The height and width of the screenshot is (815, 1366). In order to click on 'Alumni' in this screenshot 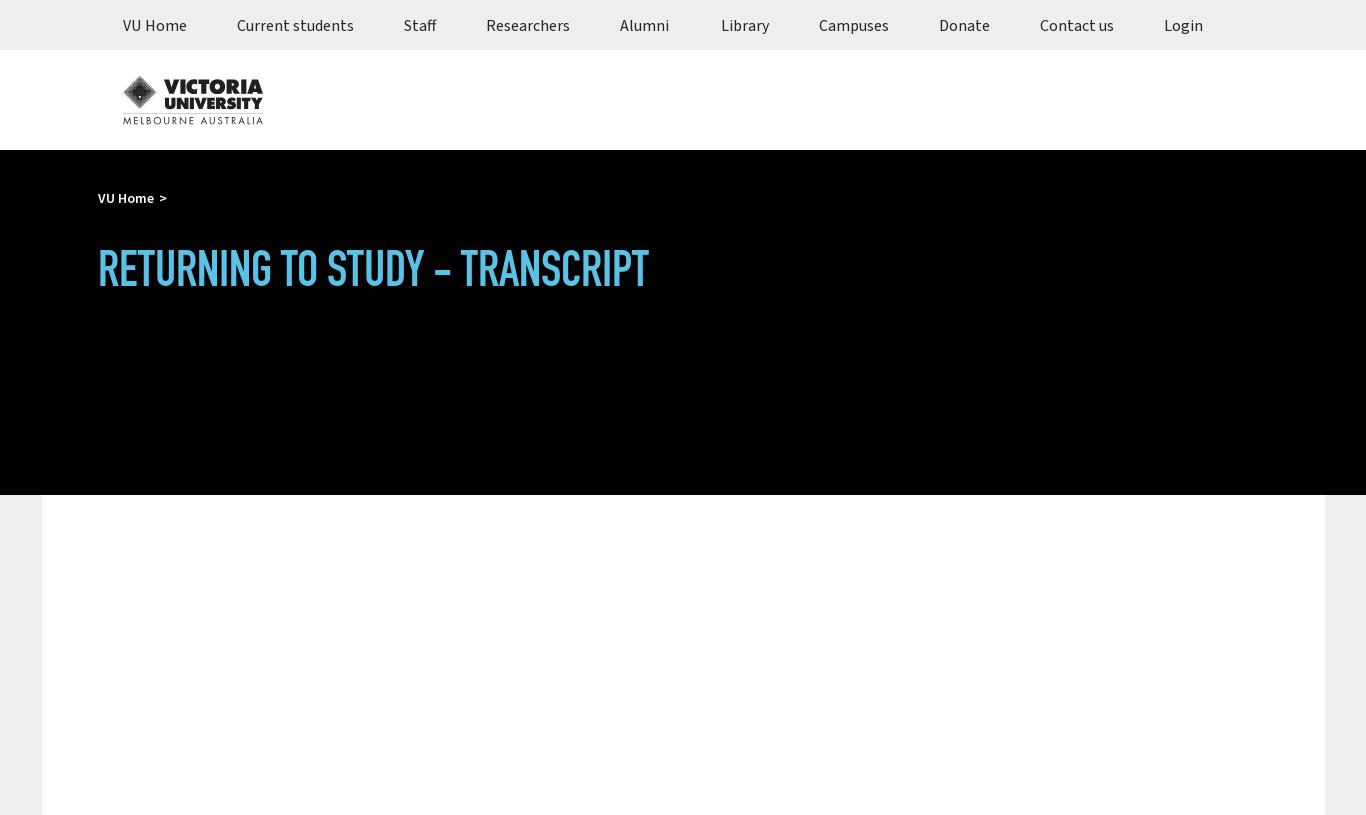, I will do `click(643, 24)`.